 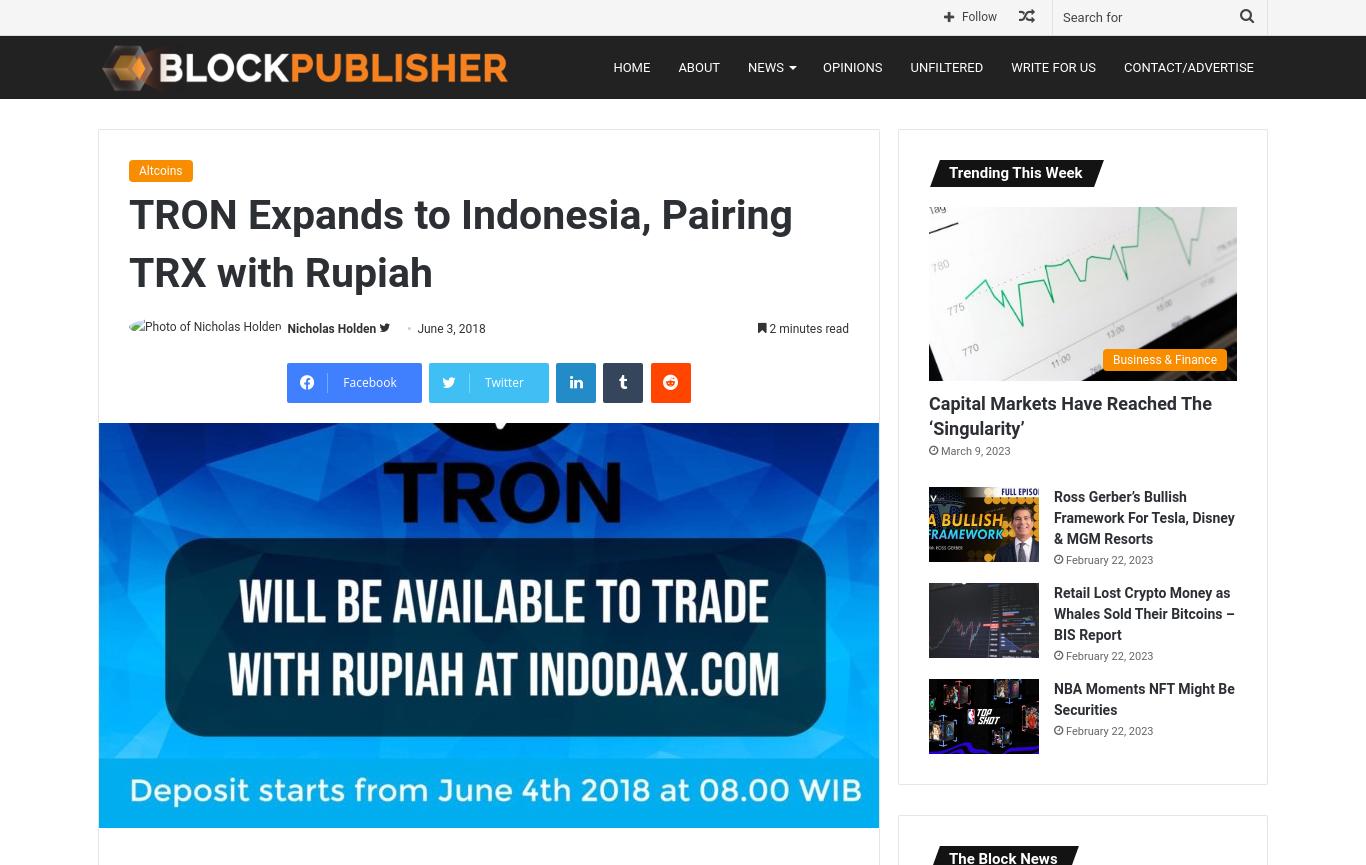 I want to click on 'Nicholas Holden', so click(x=331, y=328).